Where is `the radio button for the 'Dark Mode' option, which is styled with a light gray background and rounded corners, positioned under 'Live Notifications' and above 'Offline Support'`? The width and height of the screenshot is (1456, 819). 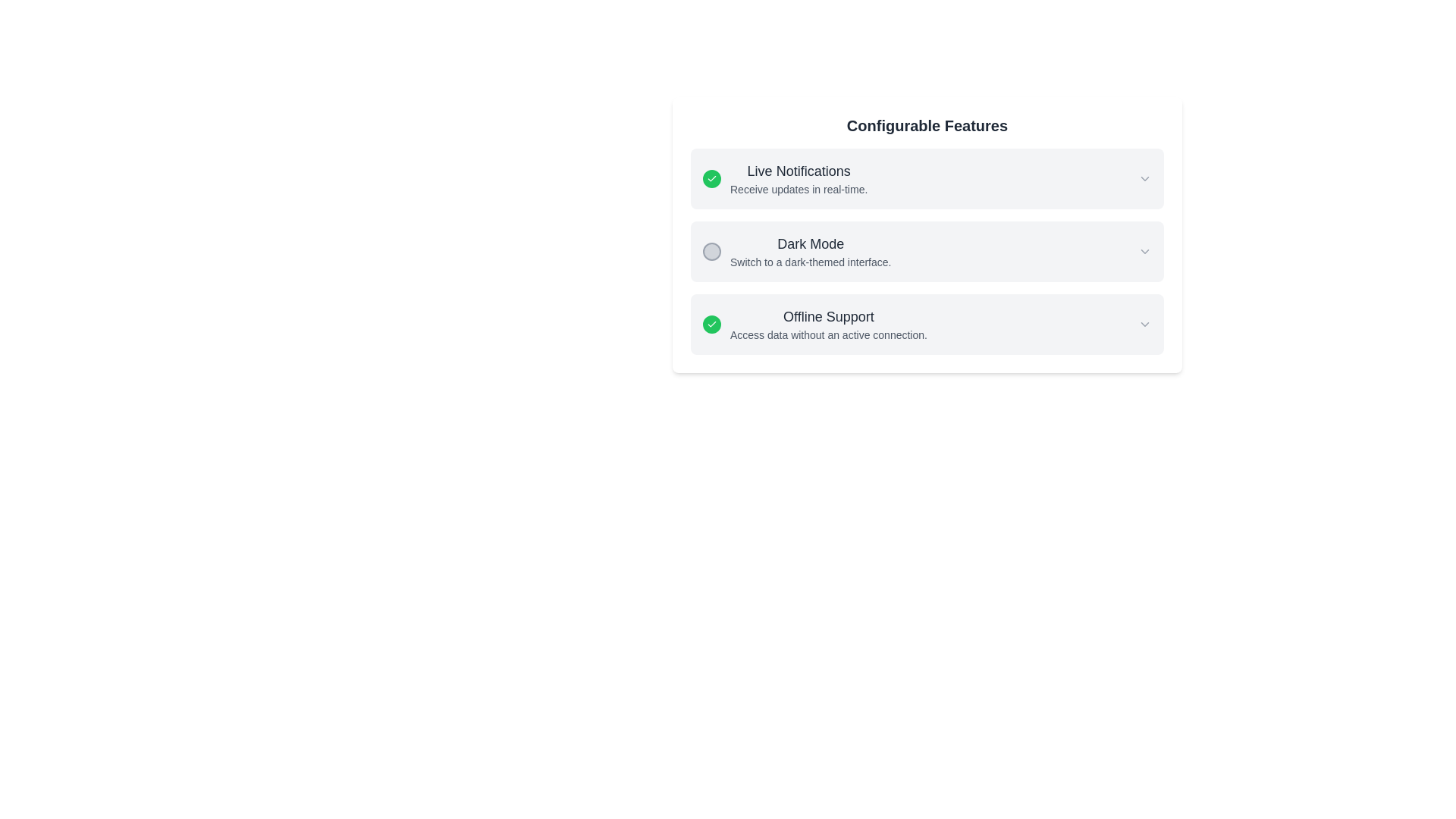
the radio button for the 'Dark Mode' option, which is styled with a light gray background and rounded corners, positioned under 'Live Notifications' and above 'Offline Support' is located at coordinates (927, 250).